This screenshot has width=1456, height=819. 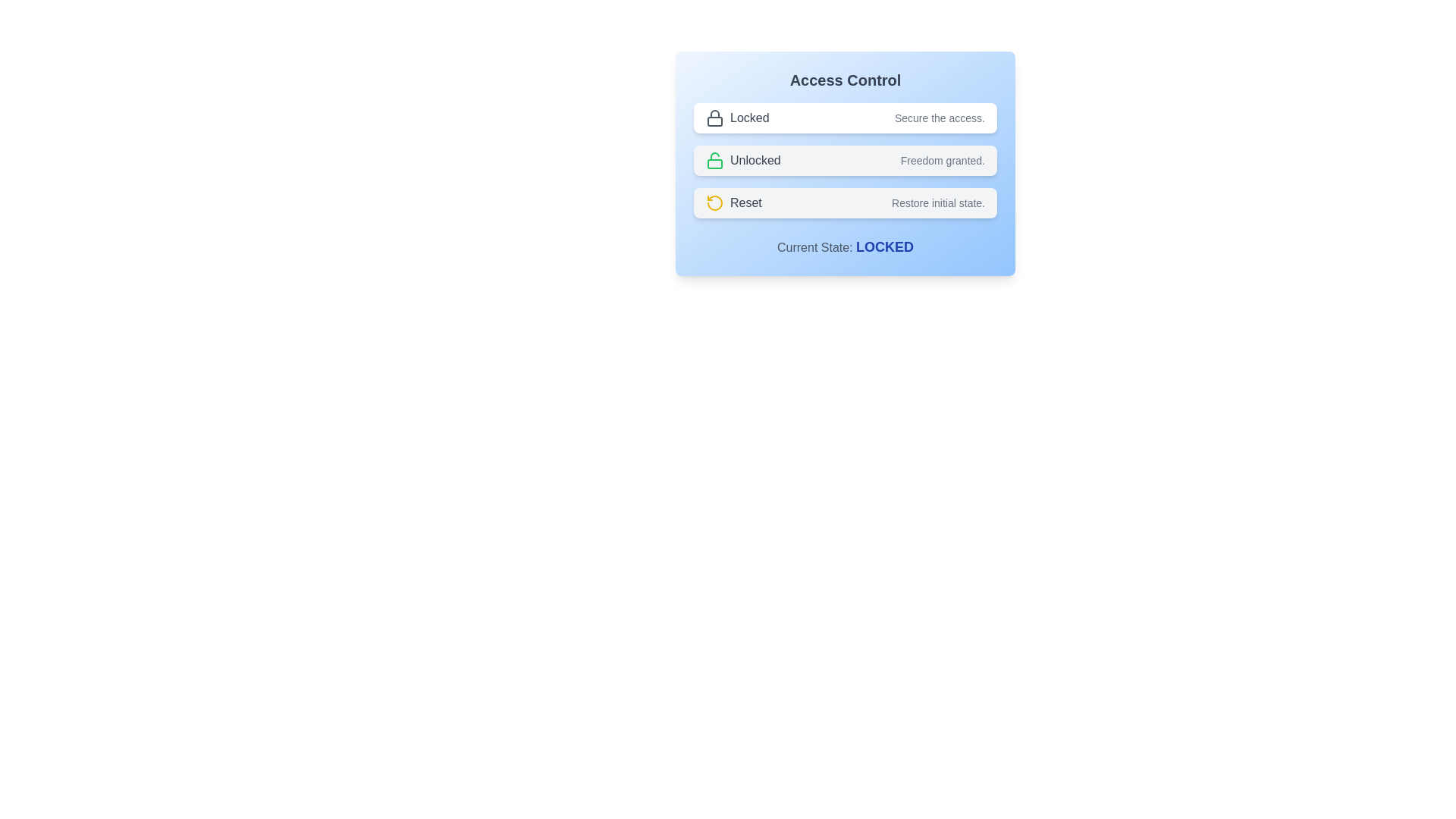 I want to click on the 'Locked' button to set the state to locked, so click(x=844, y=117).